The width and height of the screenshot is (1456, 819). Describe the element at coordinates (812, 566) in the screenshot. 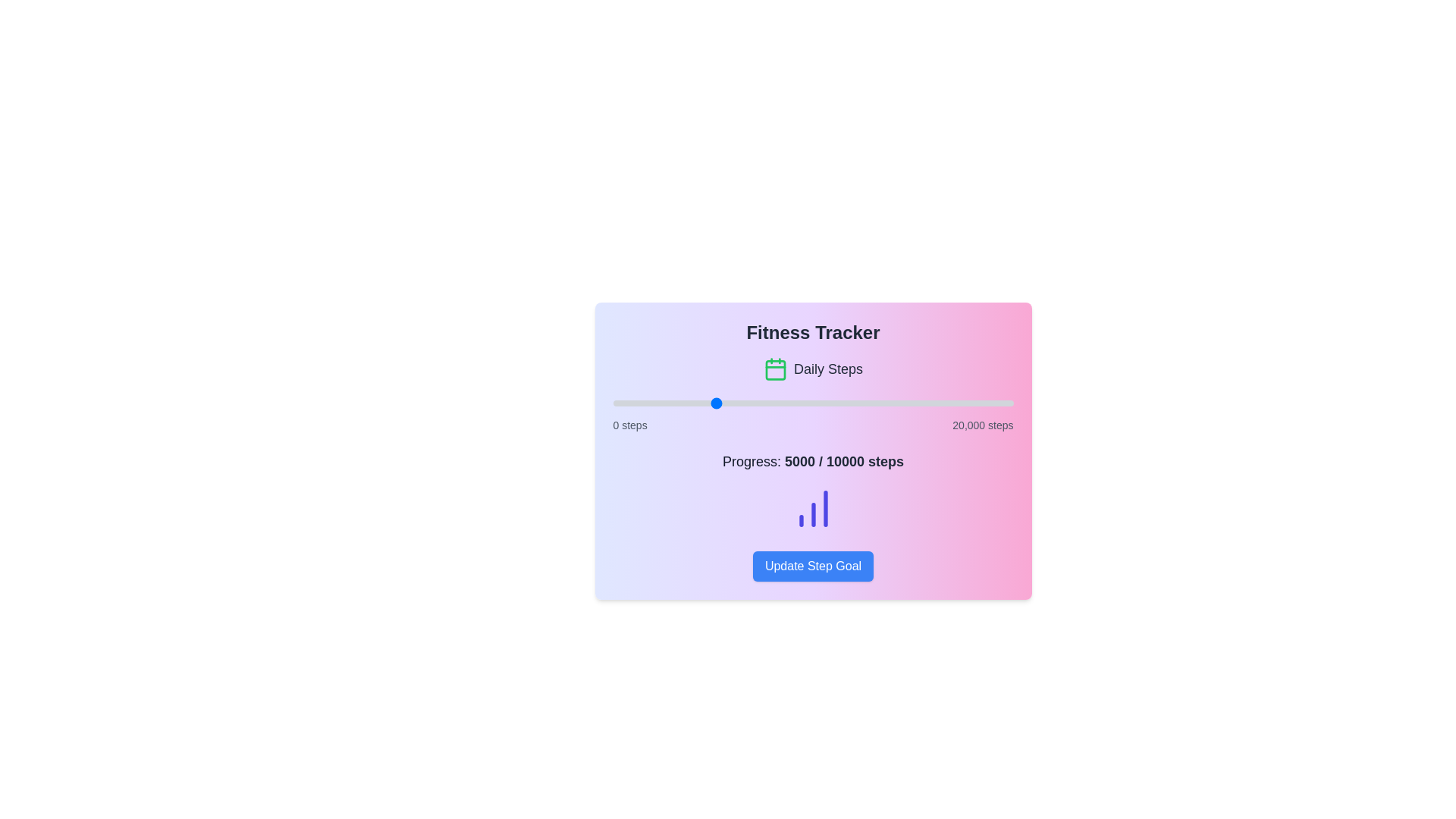

I see `the 'Update Step Goal' button` at that location.